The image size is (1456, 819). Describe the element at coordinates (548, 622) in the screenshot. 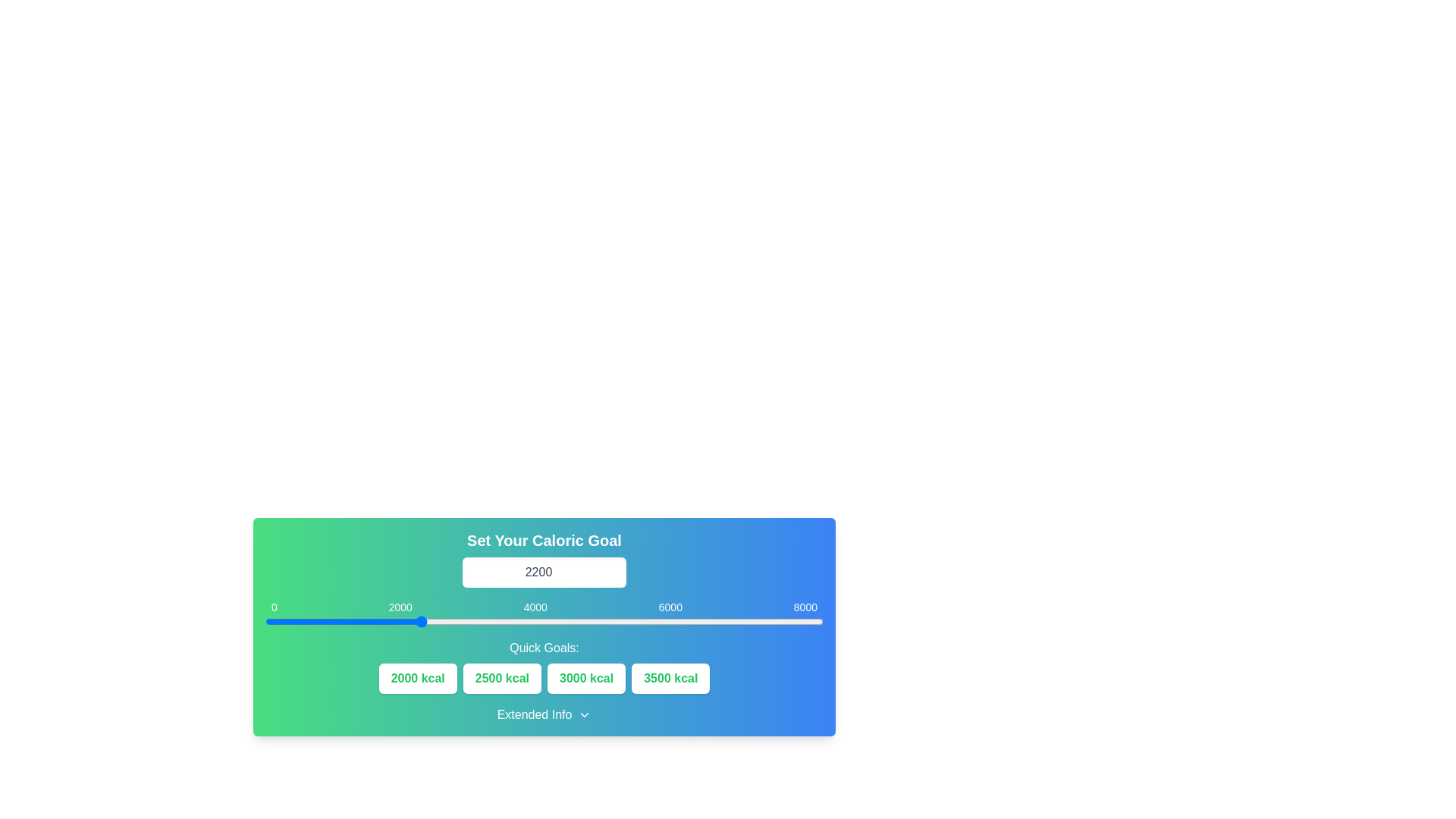

I see `the caloric goal` at that location.